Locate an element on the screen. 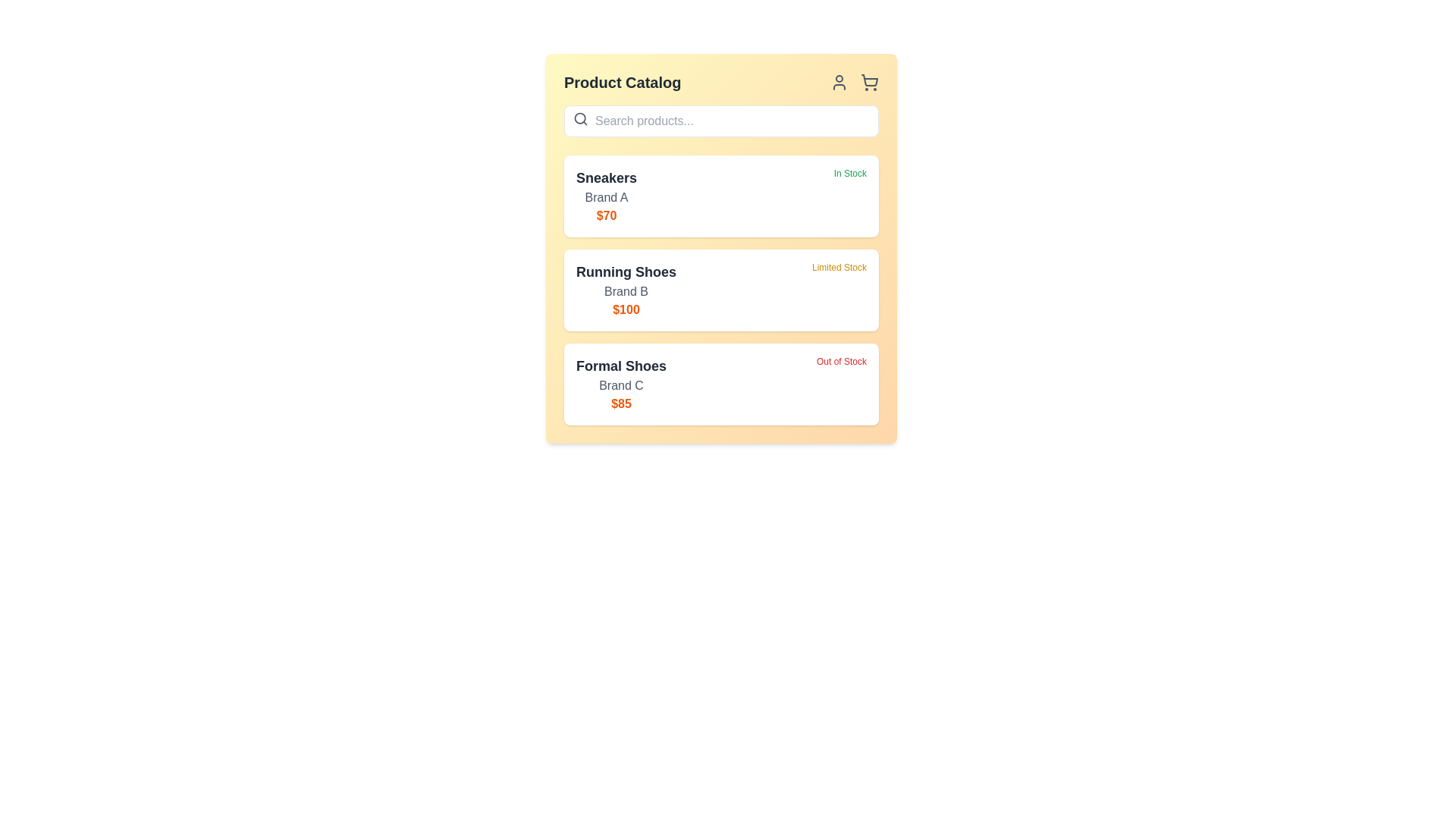  the first product item in the product catalog, which displays the title 'Sneakers', the subtitle 'Brand A', the price '$70', and the stock status 'In Stock' is located at coordinates (720, 195).